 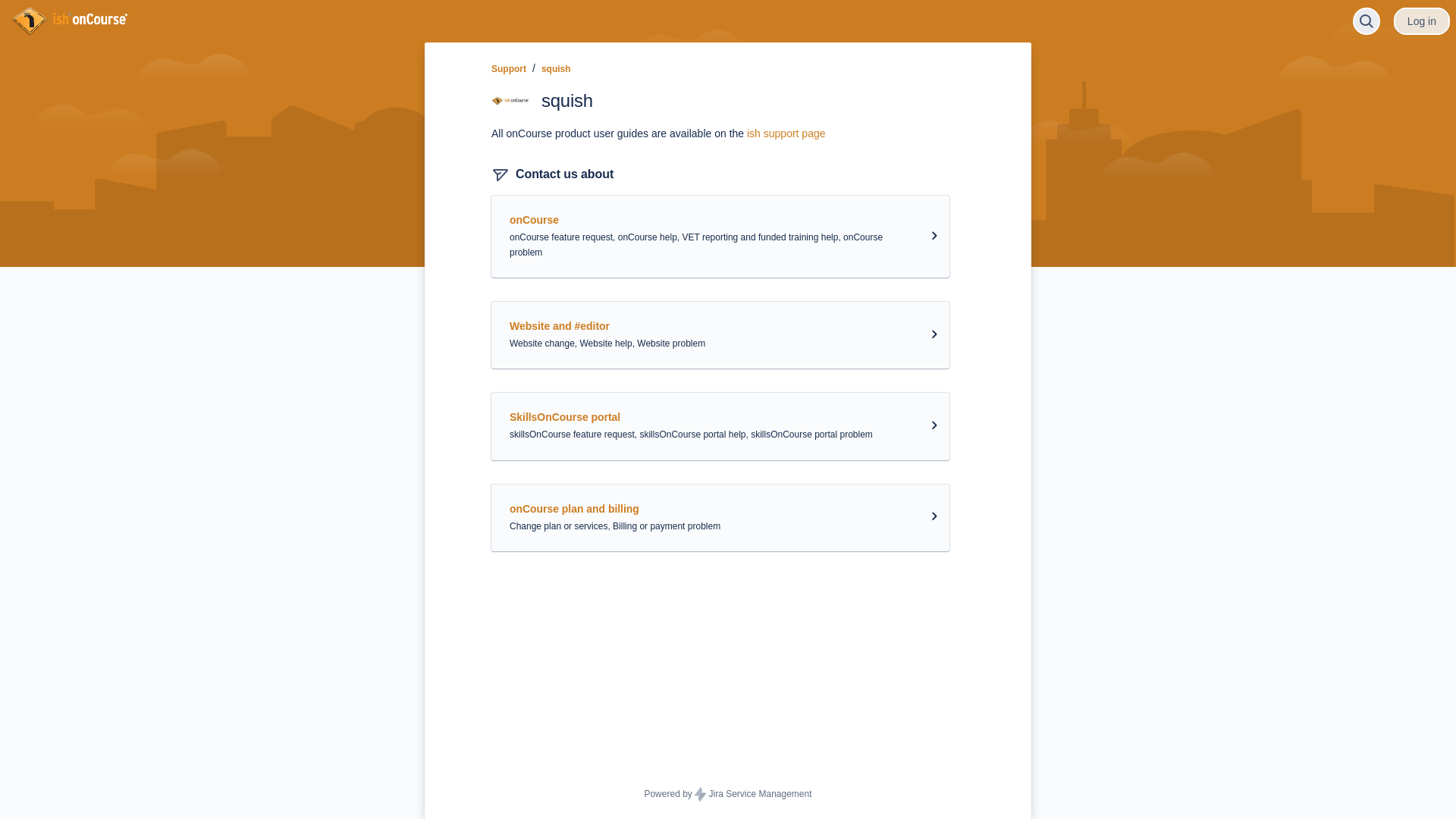 What do you see at coordinates (509, 69) in the screenshot?
I see `'Support'` at bounding box center [509, 69].